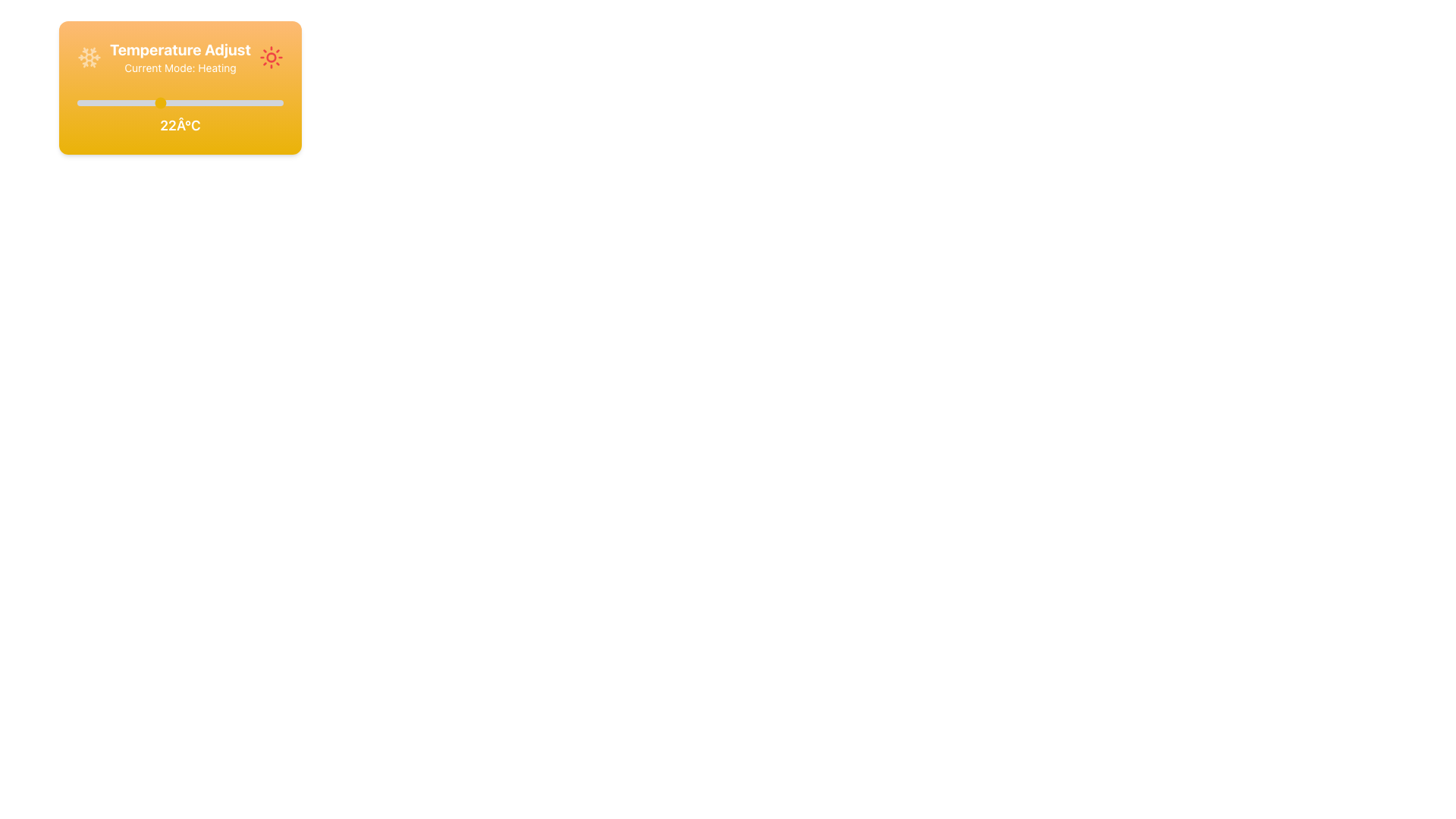  Describe the element at coordinates (262, 102) in the screenshot. I see `the temperature` at that location.